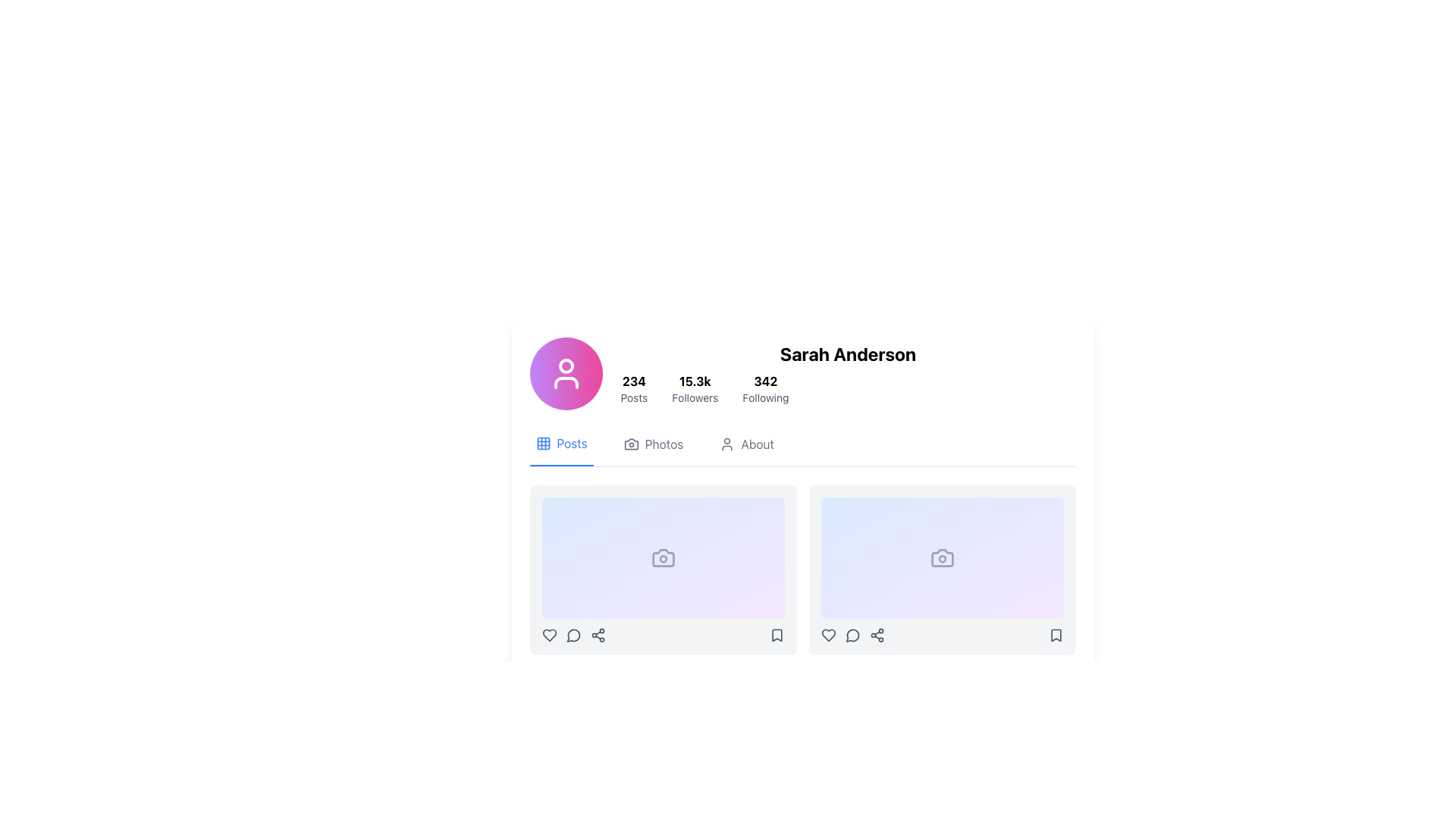 This screenshot has width=1456, height=819. Describe the element at coordinates (565, 374) in the screenshot. I see `the user avatar icon located in the upper left section of the interface` at that location.